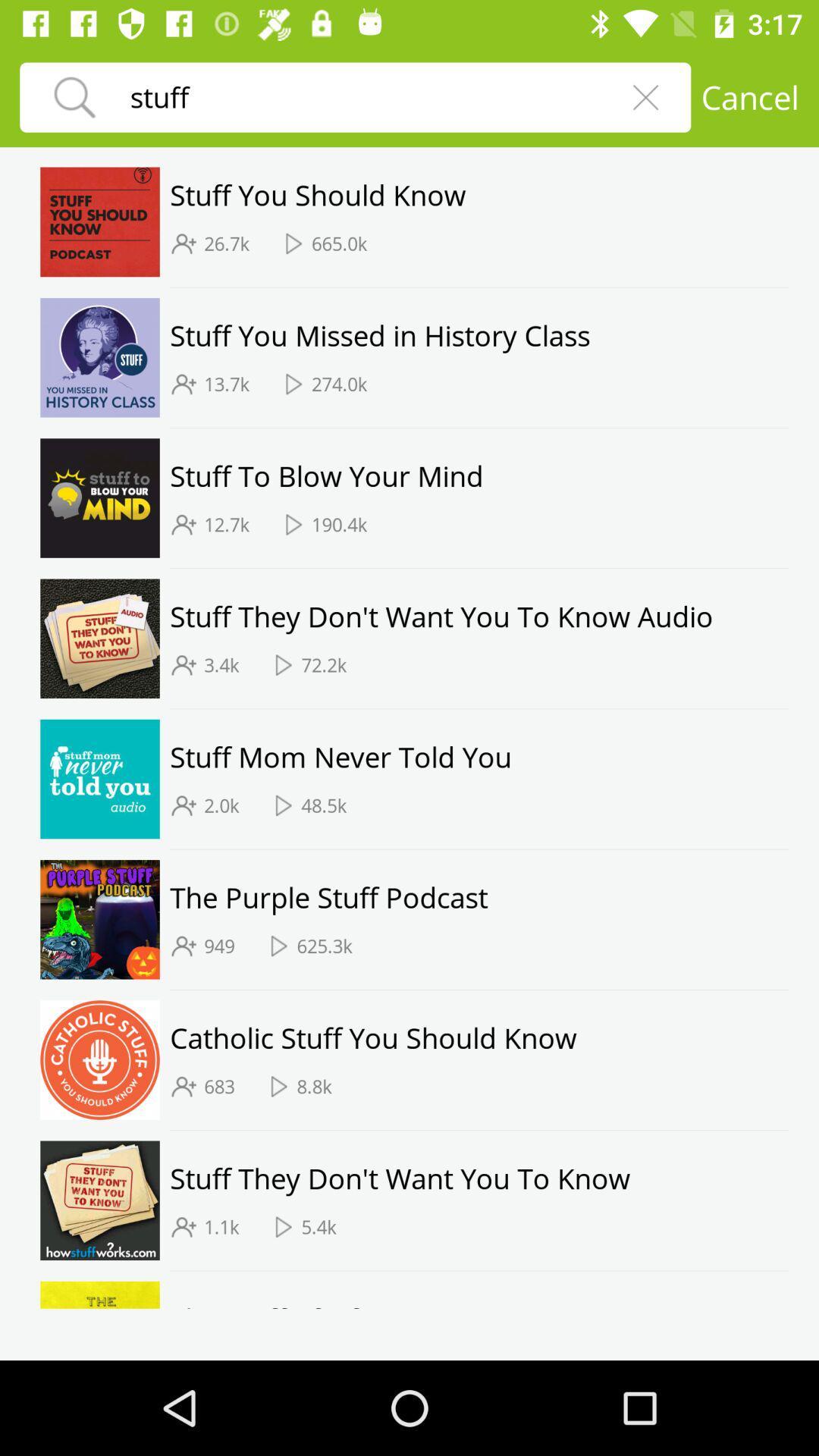  What do you see at coordinates (323, 665) in the screenshot?
I see `the 72.2k` at bounding box center [323, 665].